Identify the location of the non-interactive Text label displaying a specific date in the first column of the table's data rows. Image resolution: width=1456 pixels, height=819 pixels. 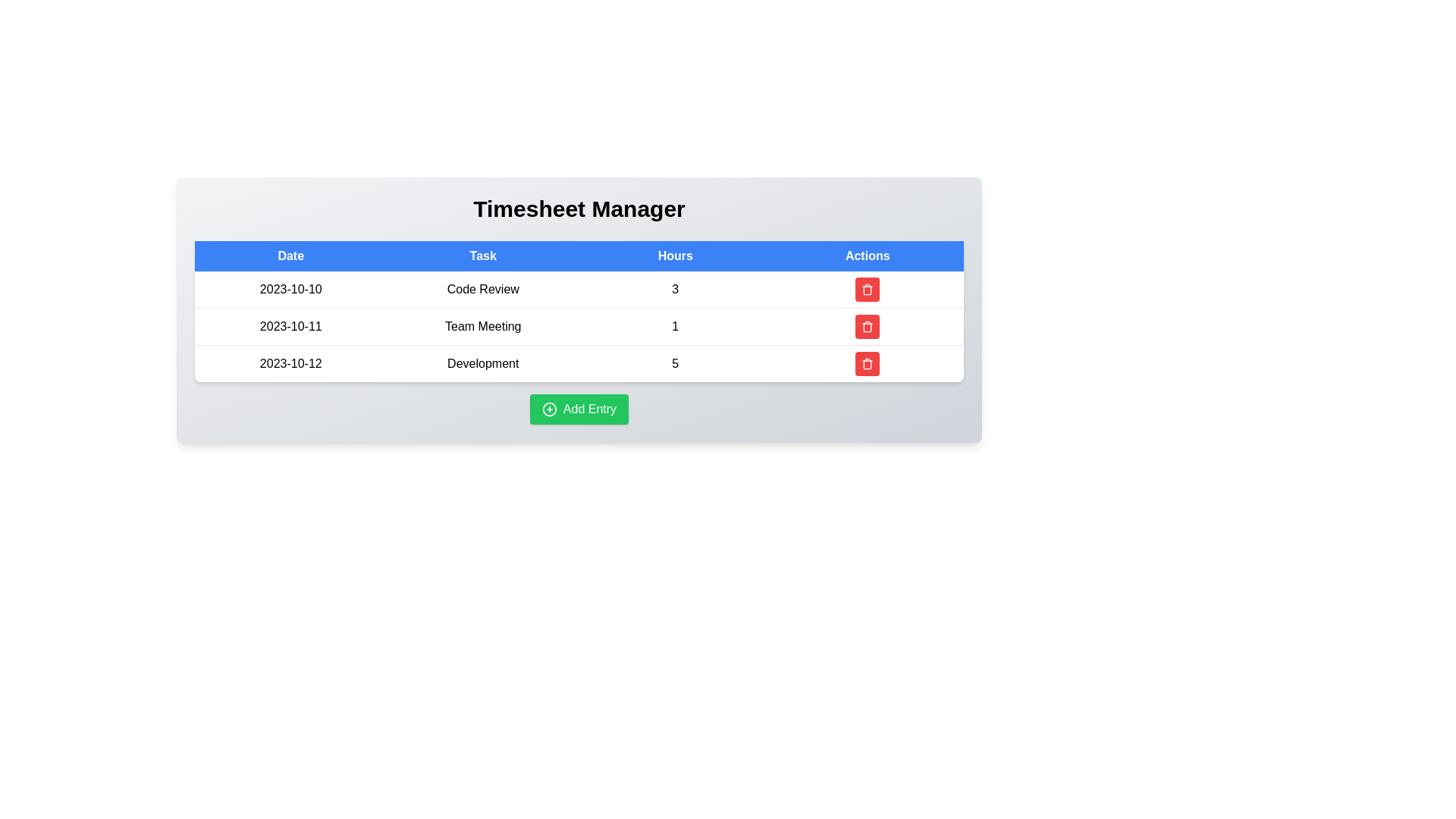
(290, 290).